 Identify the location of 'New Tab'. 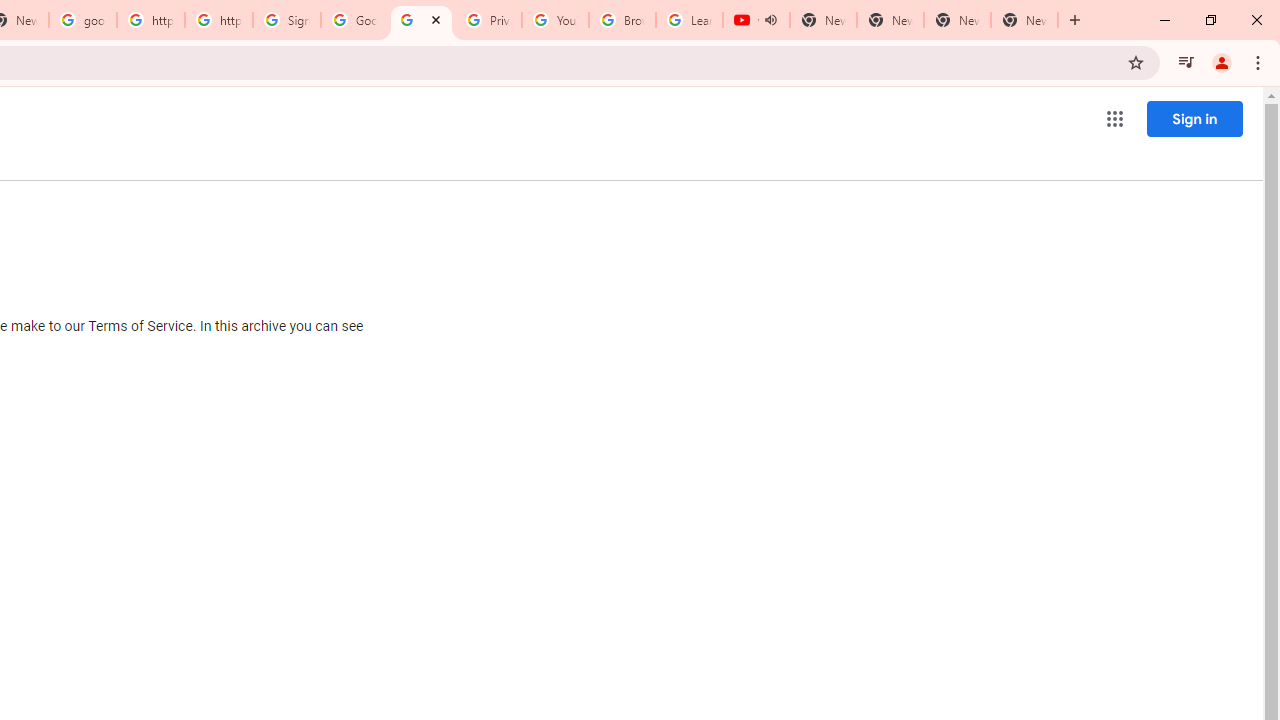
(1024, 20).